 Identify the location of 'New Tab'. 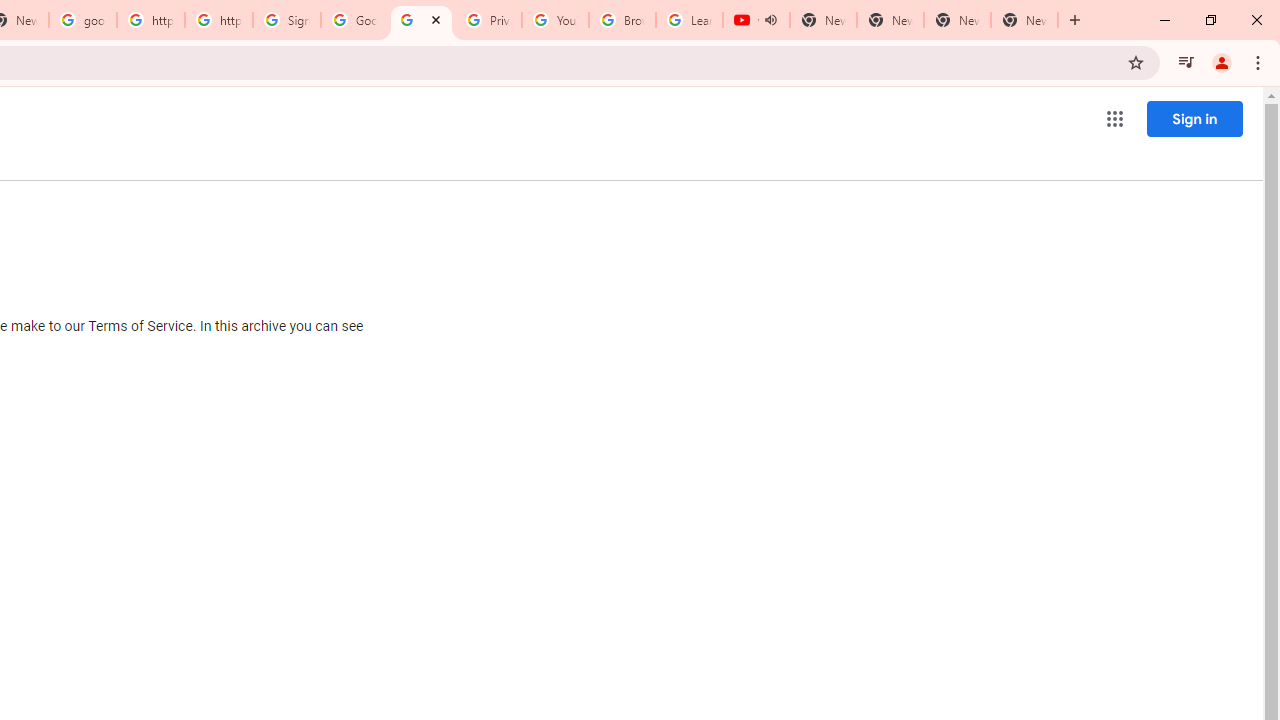
(1024, 20).